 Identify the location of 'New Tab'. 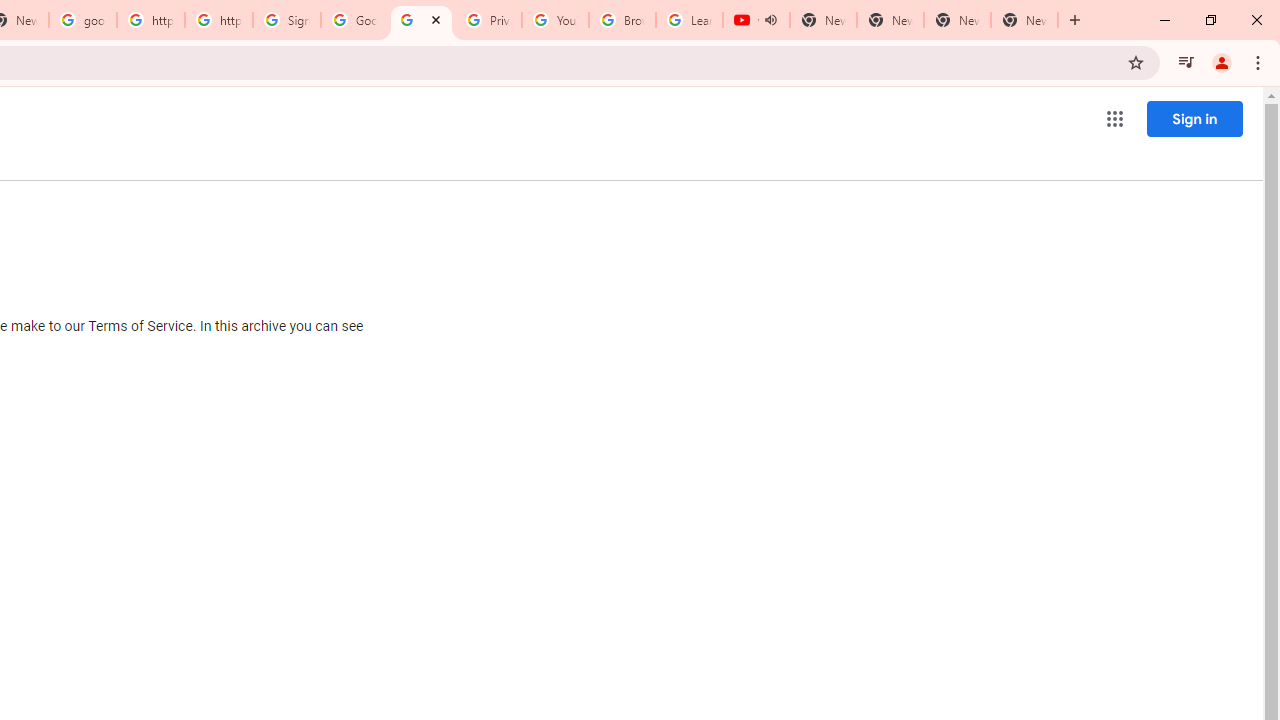
(1024, 20).